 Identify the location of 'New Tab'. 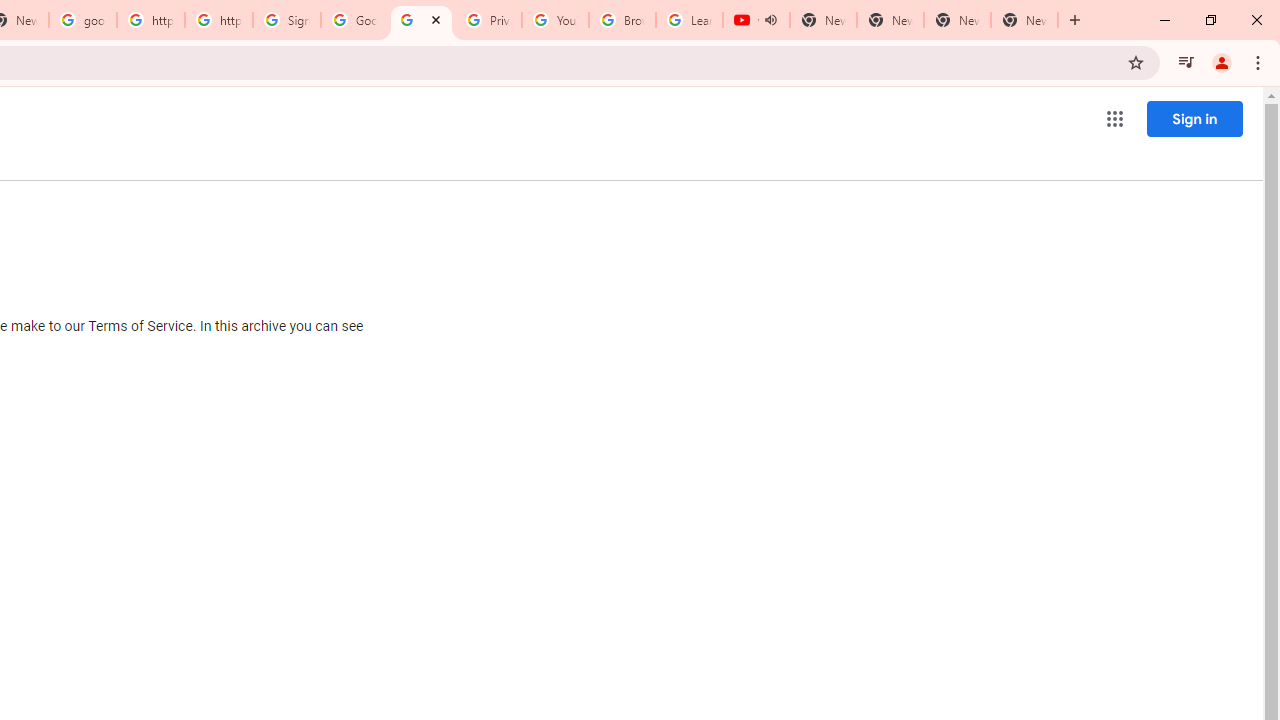
(1024, 20).